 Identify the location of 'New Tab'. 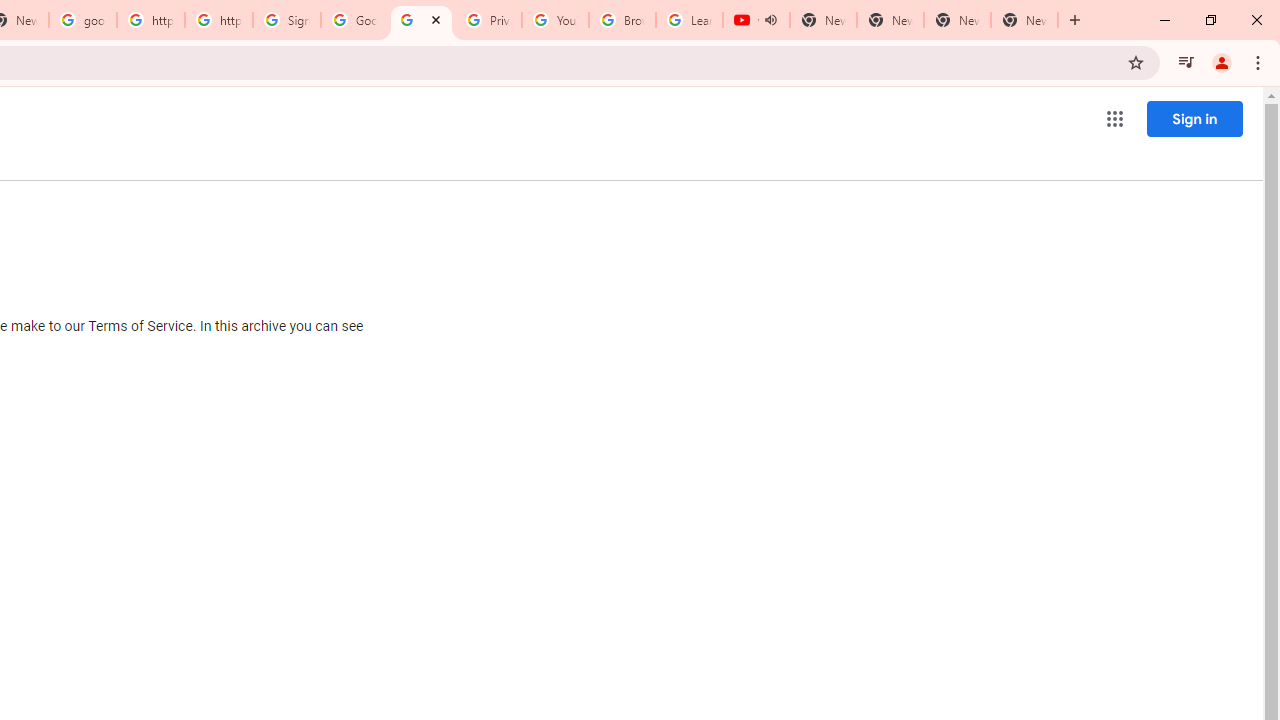
(1024, 20).